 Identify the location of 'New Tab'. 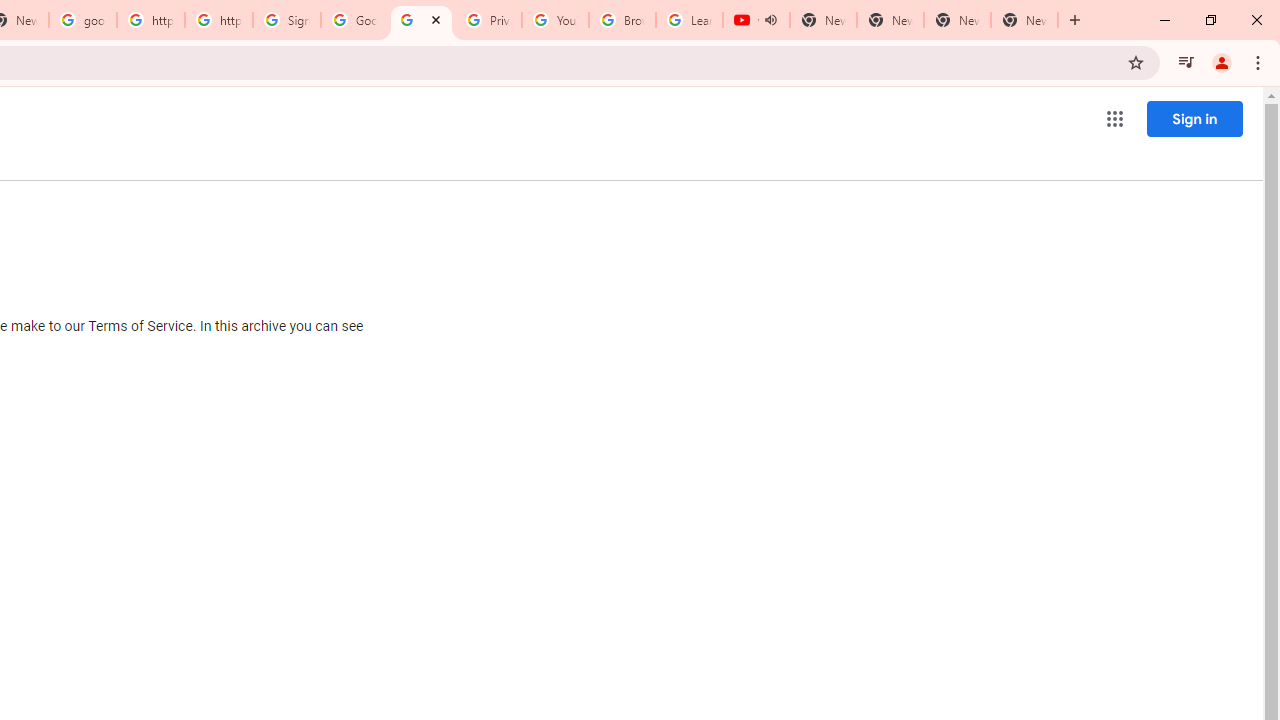
(1024, 20).